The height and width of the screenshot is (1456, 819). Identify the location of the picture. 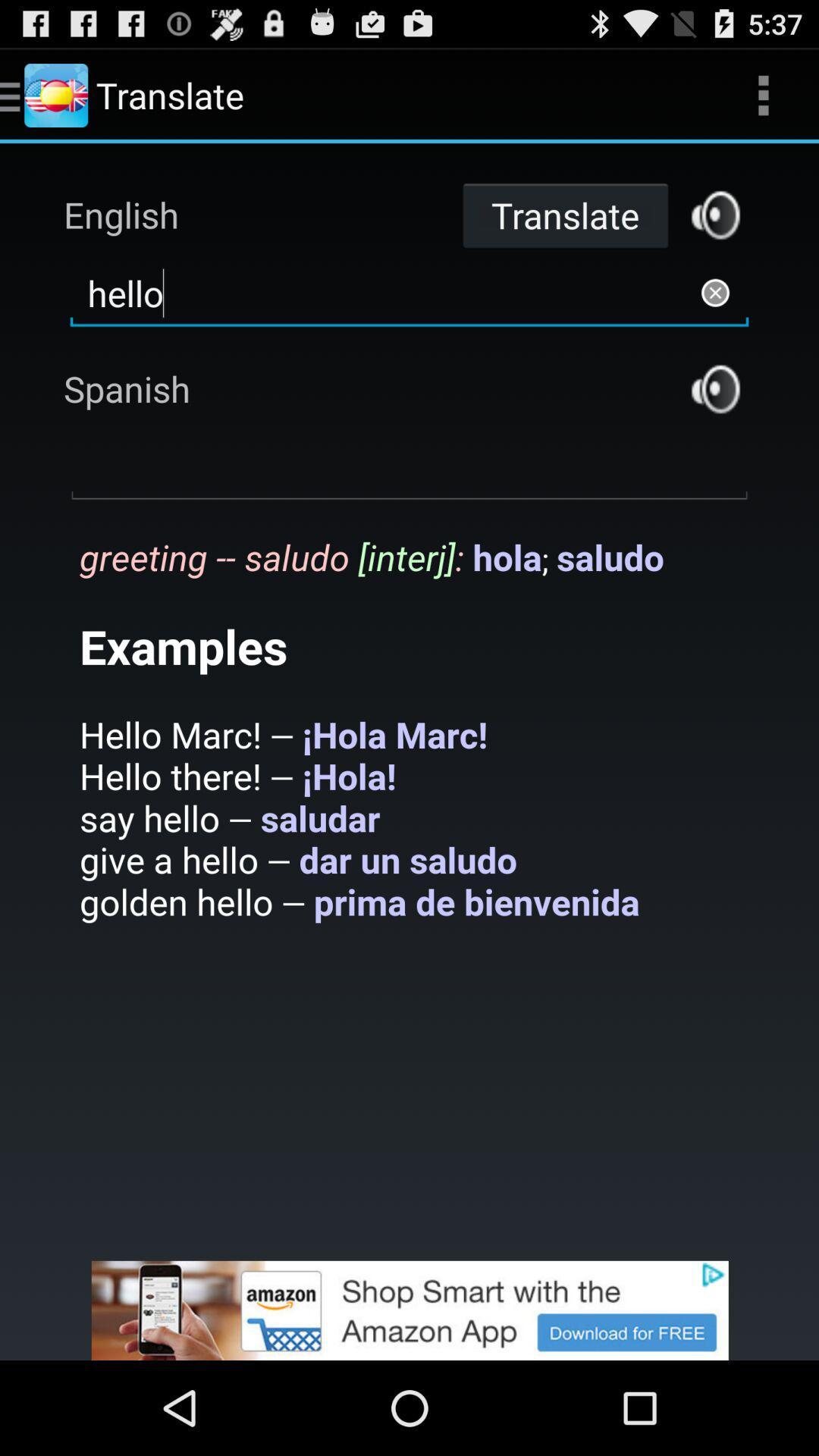
(409, 1310).